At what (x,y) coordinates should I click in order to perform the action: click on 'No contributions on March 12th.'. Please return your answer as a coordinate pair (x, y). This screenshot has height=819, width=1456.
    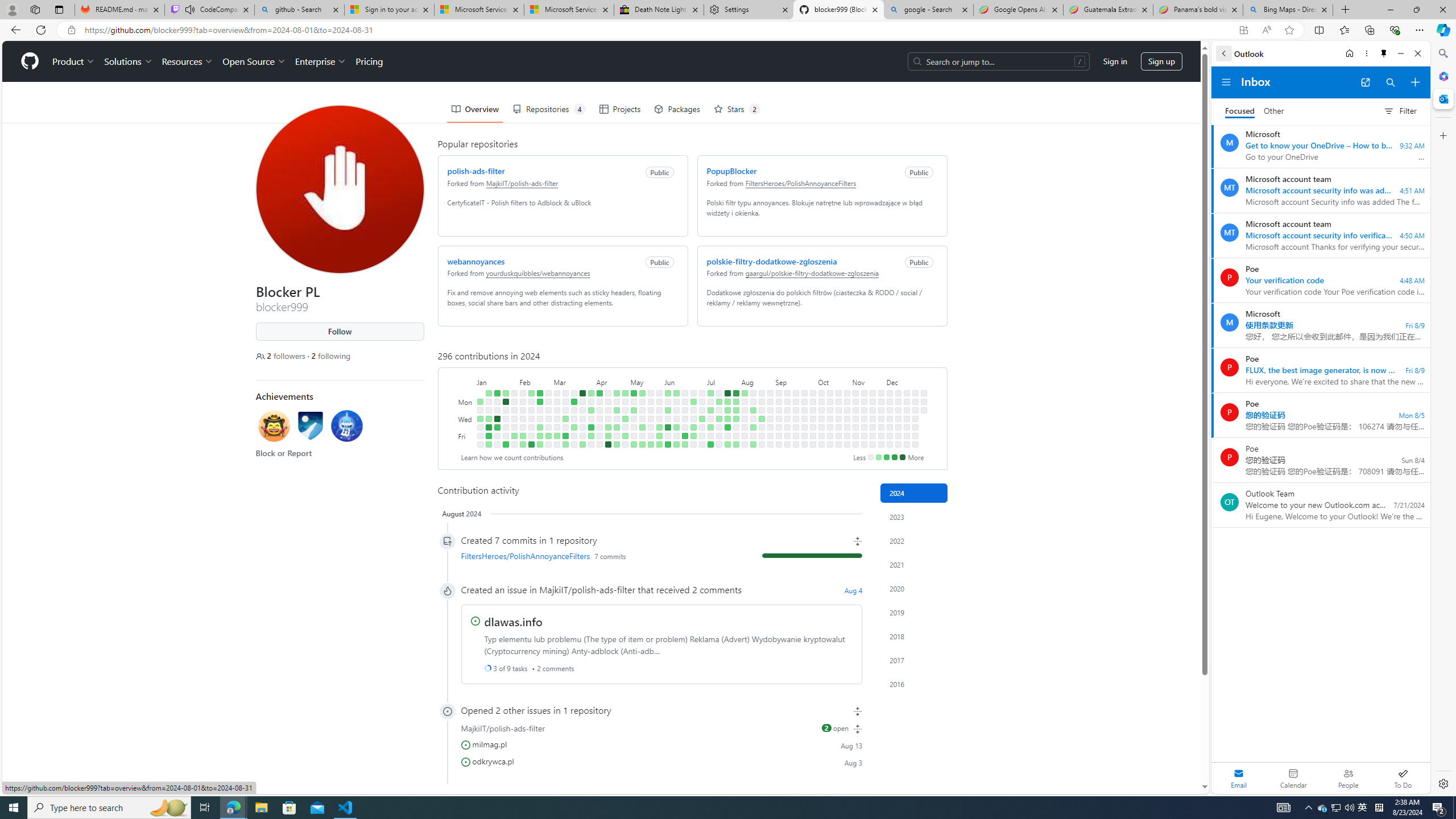
    Looking at the image, I should click on (565, 409).